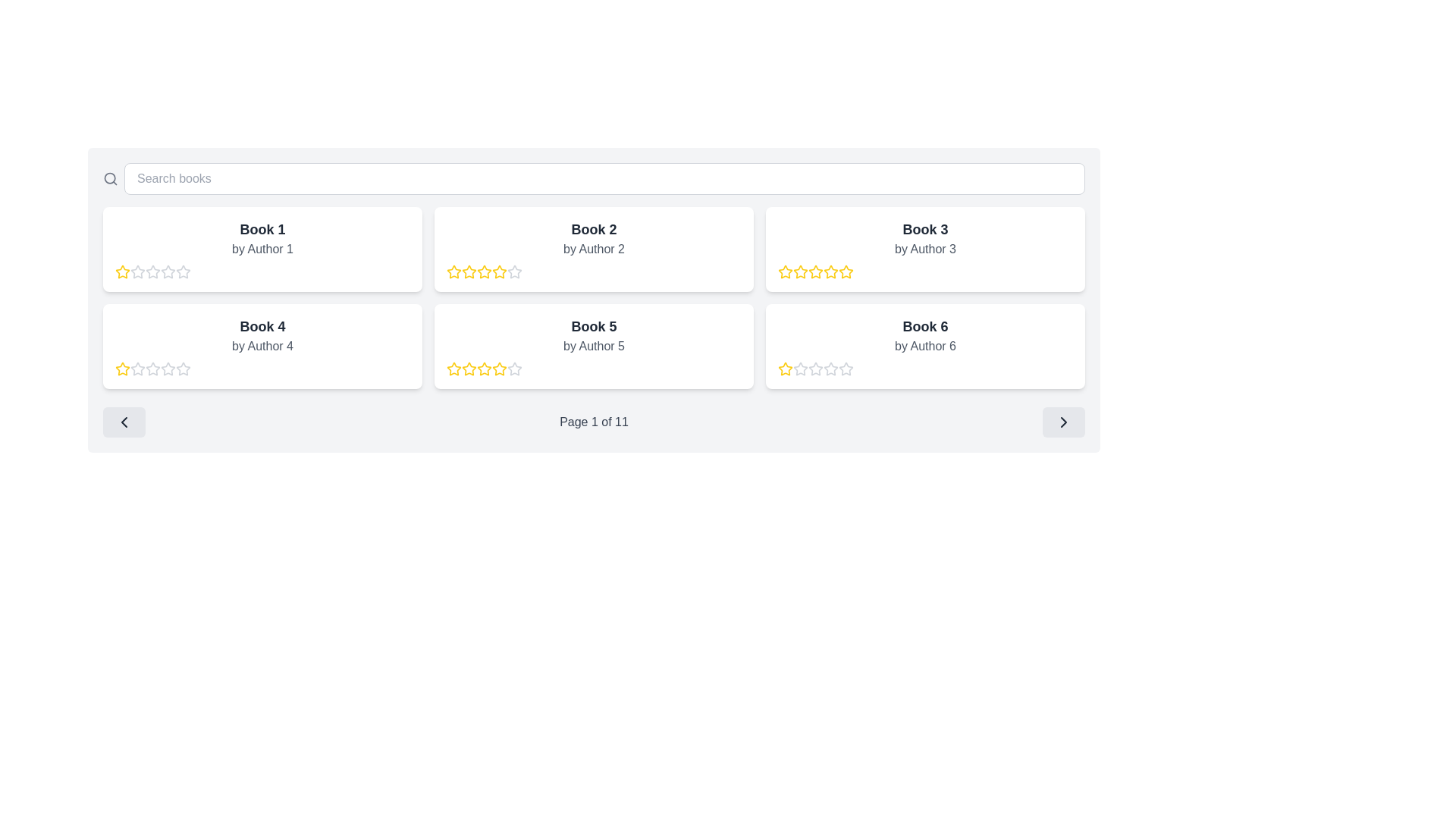  Describe the element at coordinates (513, 369) in the screenshot. I see `the fifth star` at that location.